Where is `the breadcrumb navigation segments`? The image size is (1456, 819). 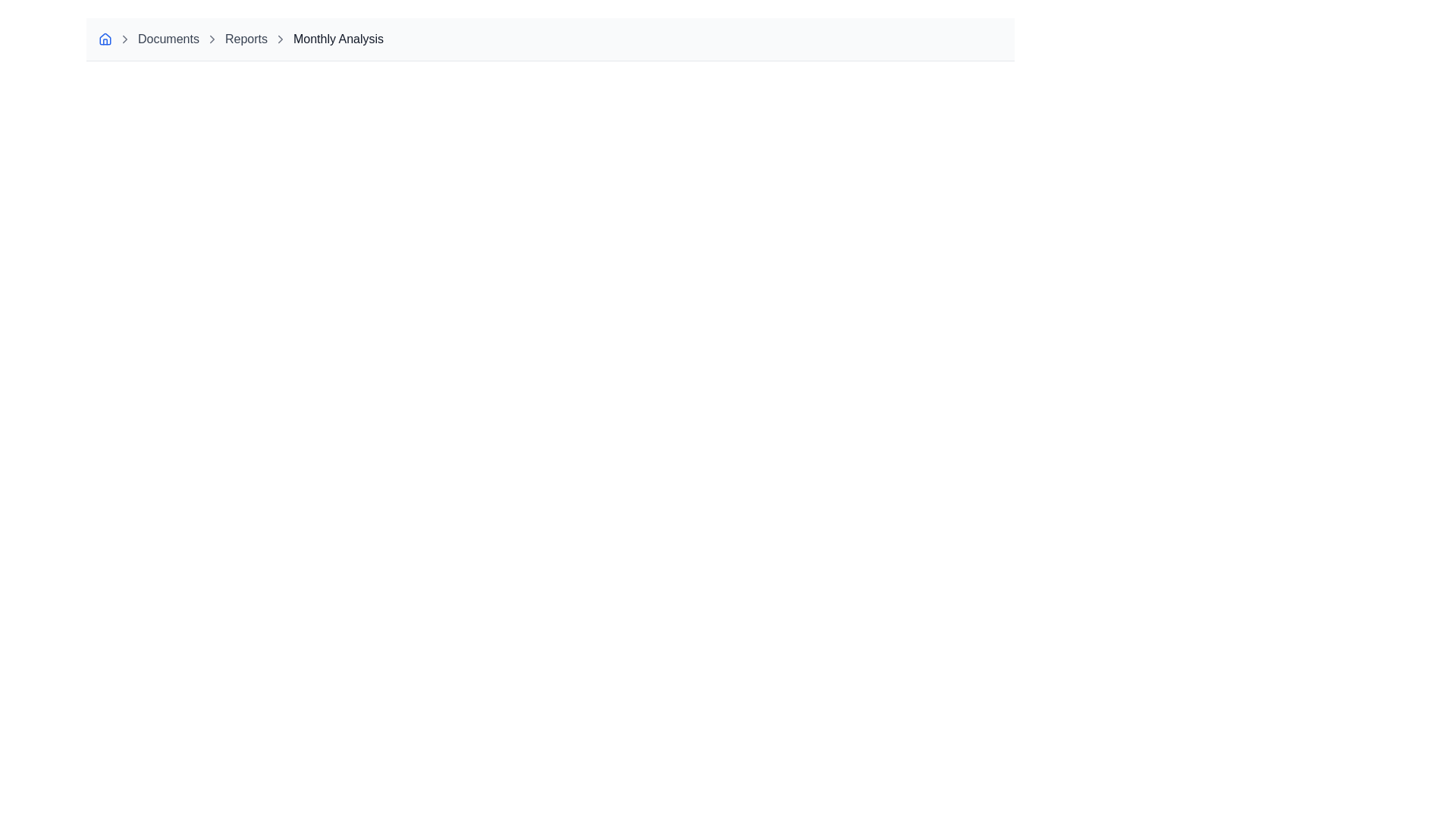 the breadcrumb navigation segments is located at coordinates (549, 38).